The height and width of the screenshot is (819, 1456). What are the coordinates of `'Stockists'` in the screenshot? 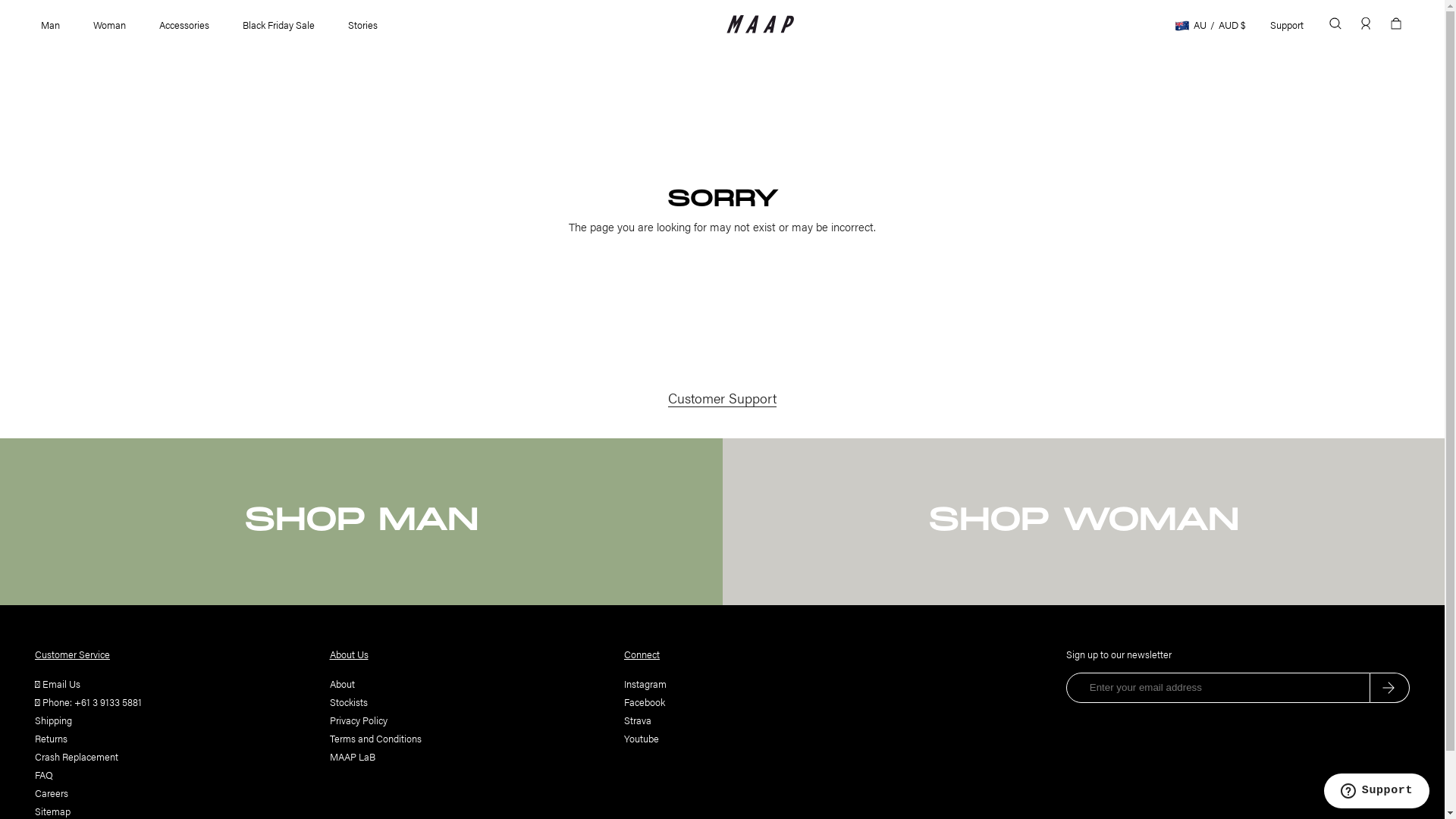 It's located at (347, 701).